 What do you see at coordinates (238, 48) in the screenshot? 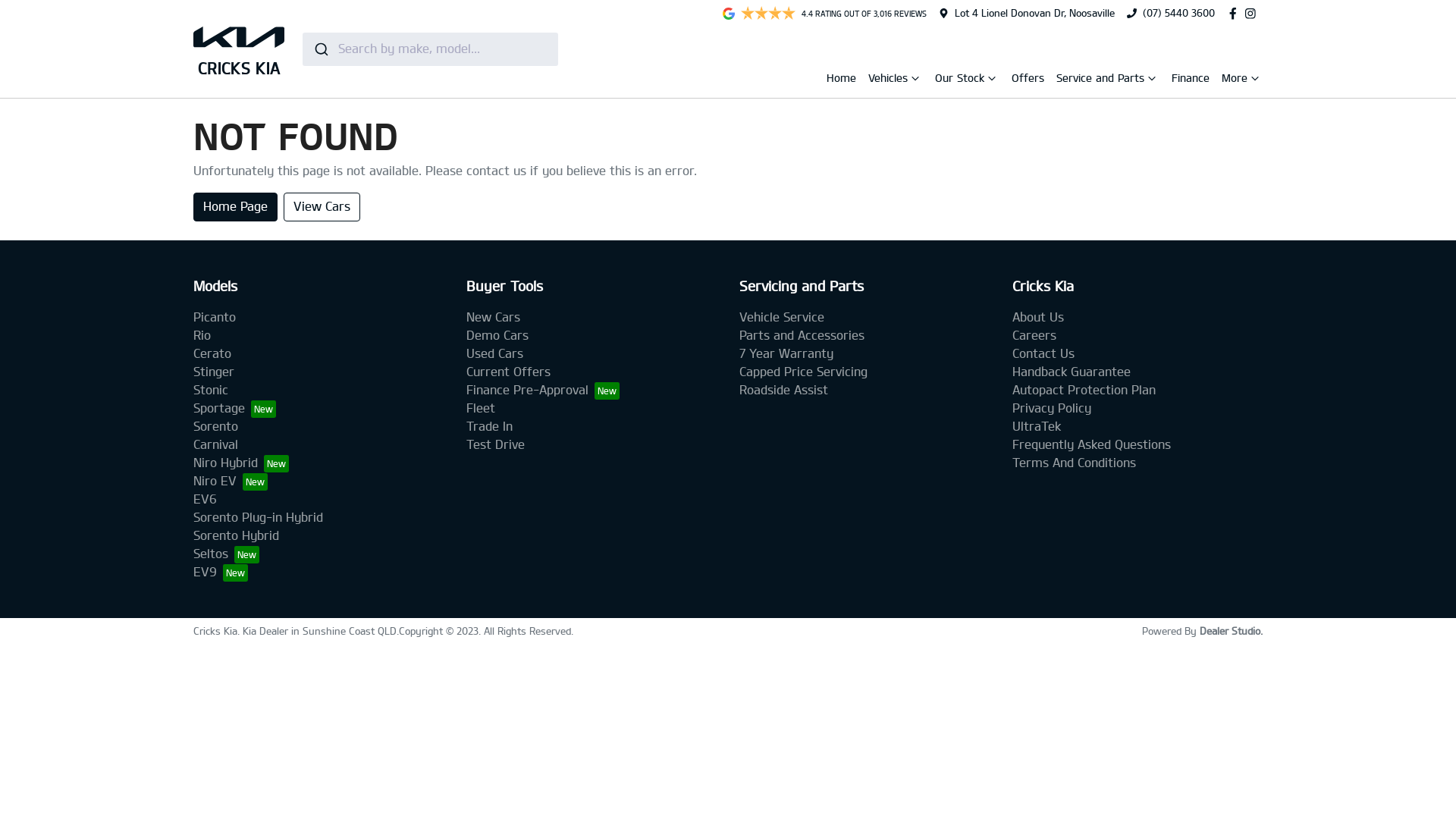
I see `'CRICKS KIA'` at bounding box center [238, 48].